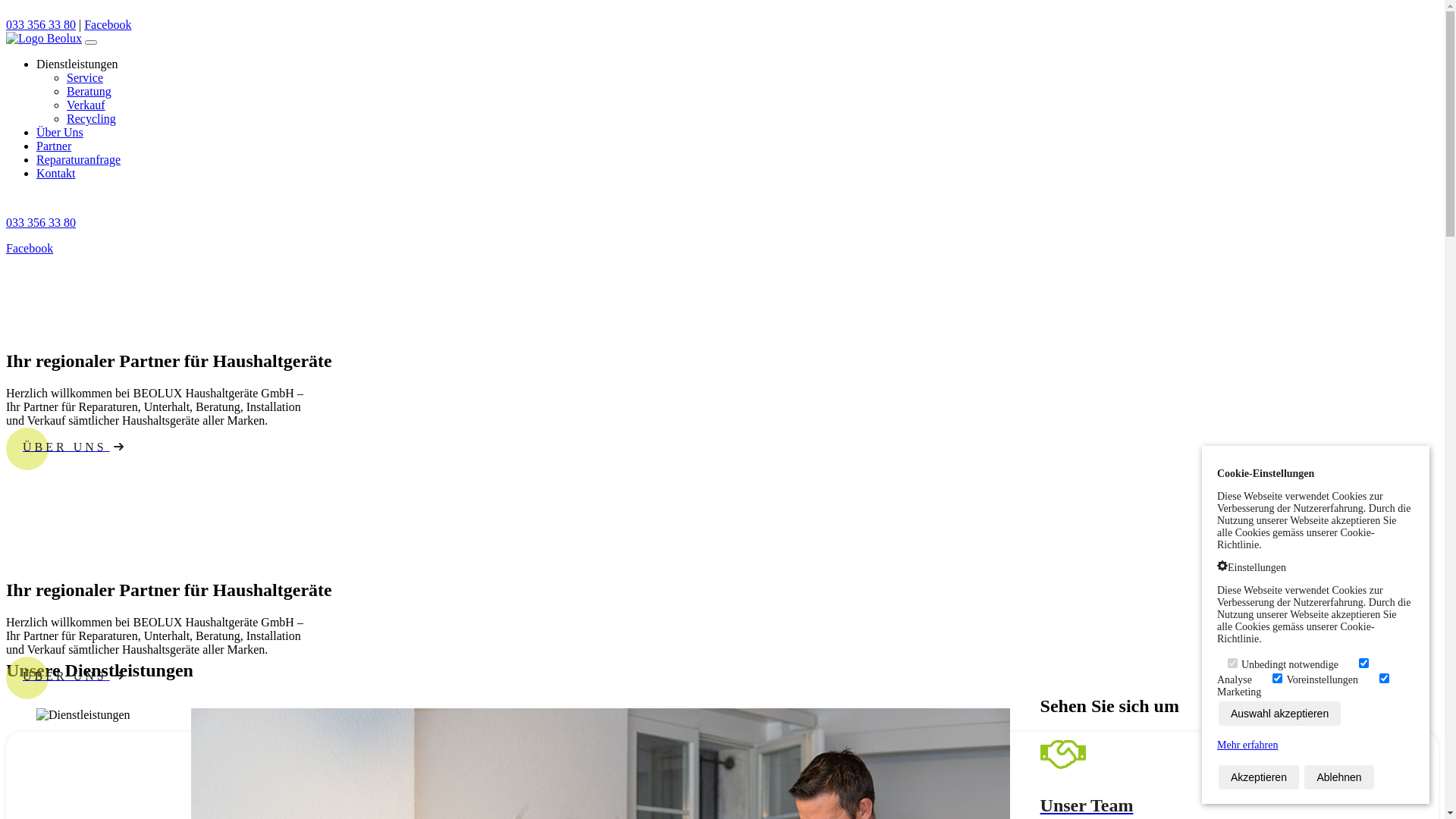 This screenshot has width=1456, height=819. What do you see at coordinates (54, 146) in the screenshot?
I see `'Partner'` at bounding box center [54, 146].